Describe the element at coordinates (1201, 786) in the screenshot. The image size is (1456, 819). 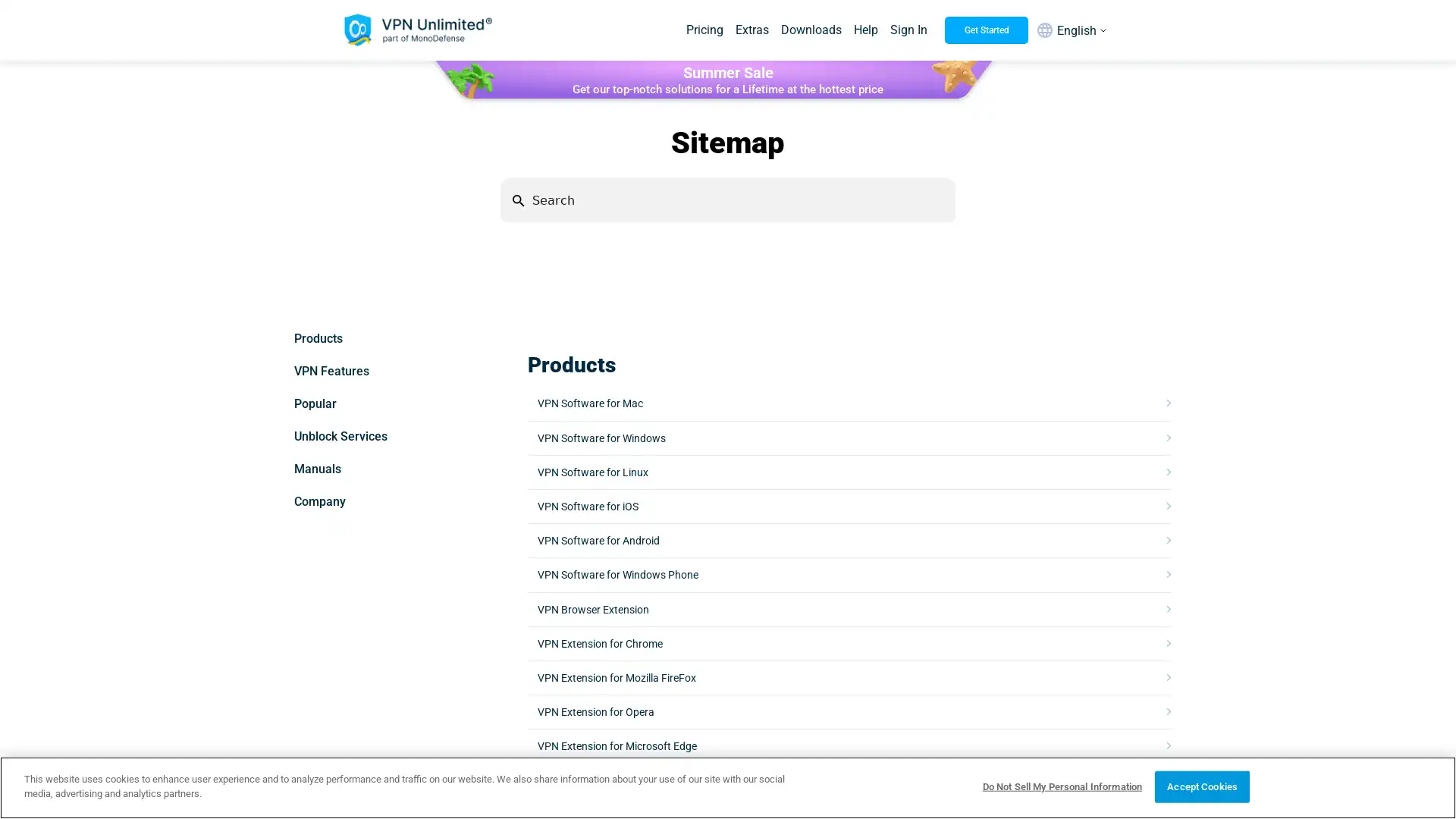
I see `Accept Cookies` at that location.